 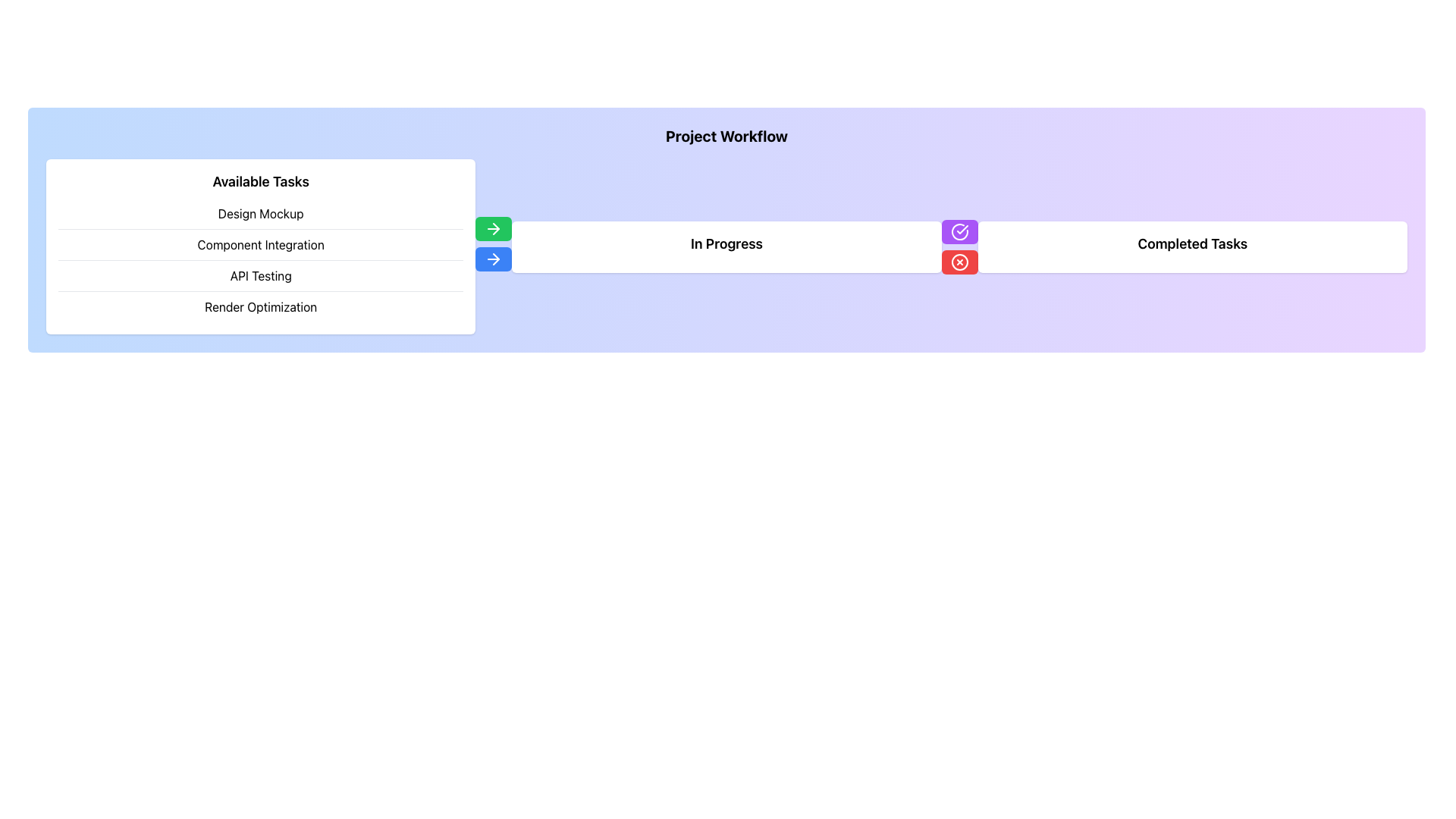 What do you see at coordinates (494, 228) in the screenshot?
I see `the arrow icon located in the second row of action buttons in the 'Available Tasks' list, positioned to the right of the 'Component Integration' task, to initiate the transition of tasks to the 'In Progress' section` at bounding box center [494, 228].